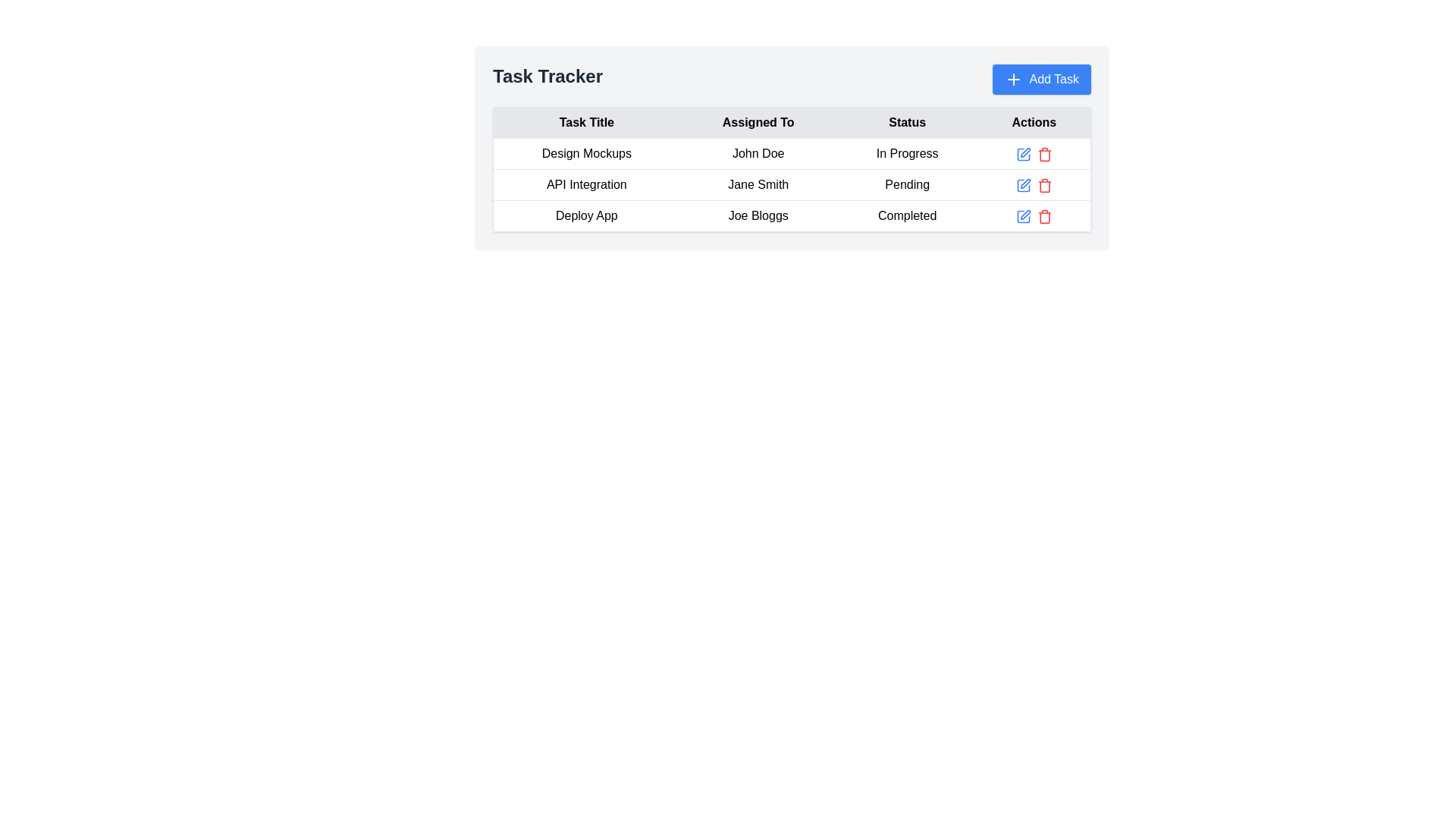 This screenshot has height=819, width=1456. What do you see at coordinates (758, 216) in the screenshot?
I see `the Text label in the third row under the 'Assigned To' column containing the text 'Joe Bloggs' for the 'Deploy App' task` at bounding box center [758, 216].